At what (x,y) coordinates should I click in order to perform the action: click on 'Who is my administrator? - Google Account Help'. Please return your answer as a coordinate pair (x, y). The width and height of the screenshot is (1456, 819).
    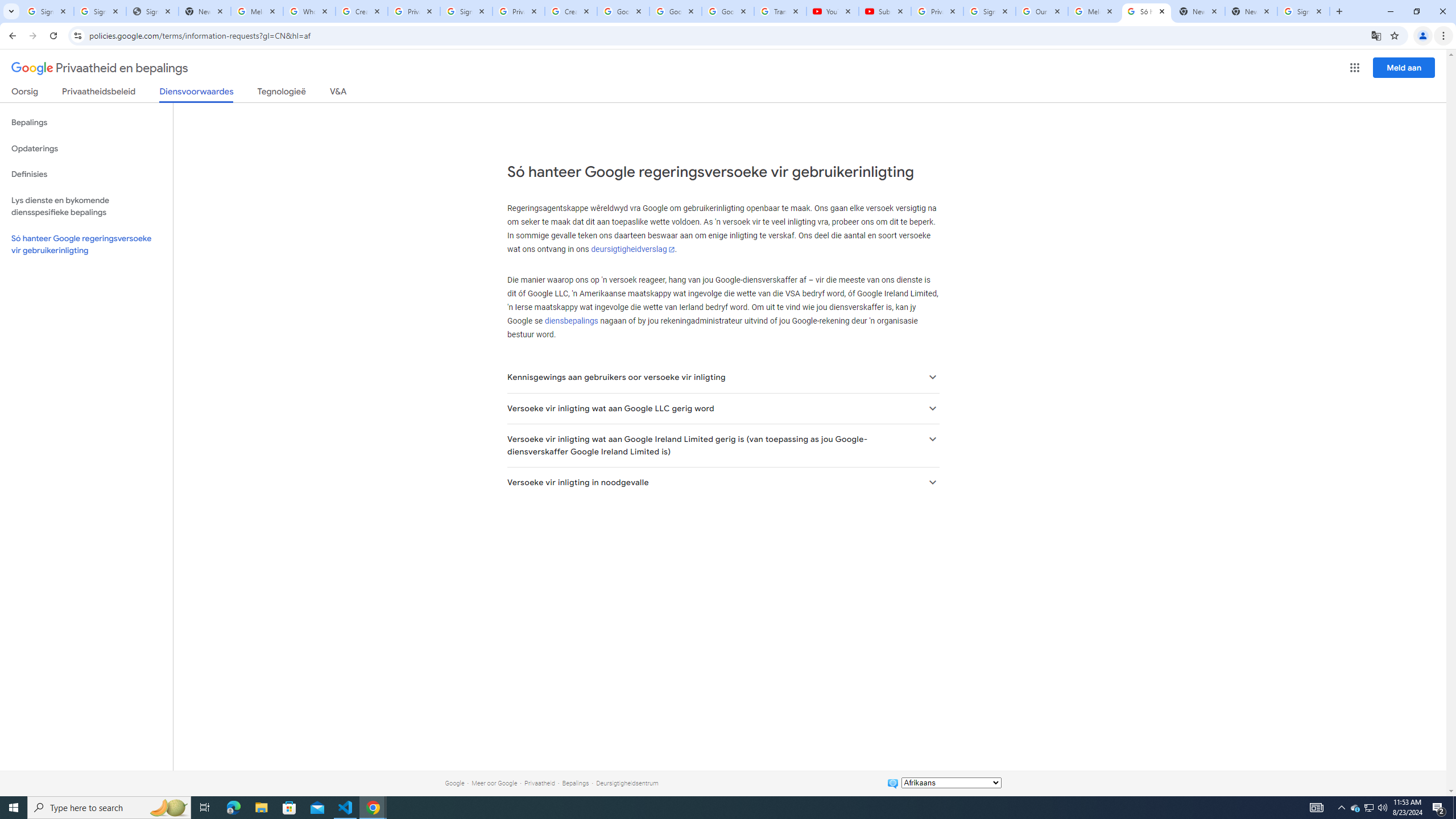
    Looking at the image, I should click on (309, 11).